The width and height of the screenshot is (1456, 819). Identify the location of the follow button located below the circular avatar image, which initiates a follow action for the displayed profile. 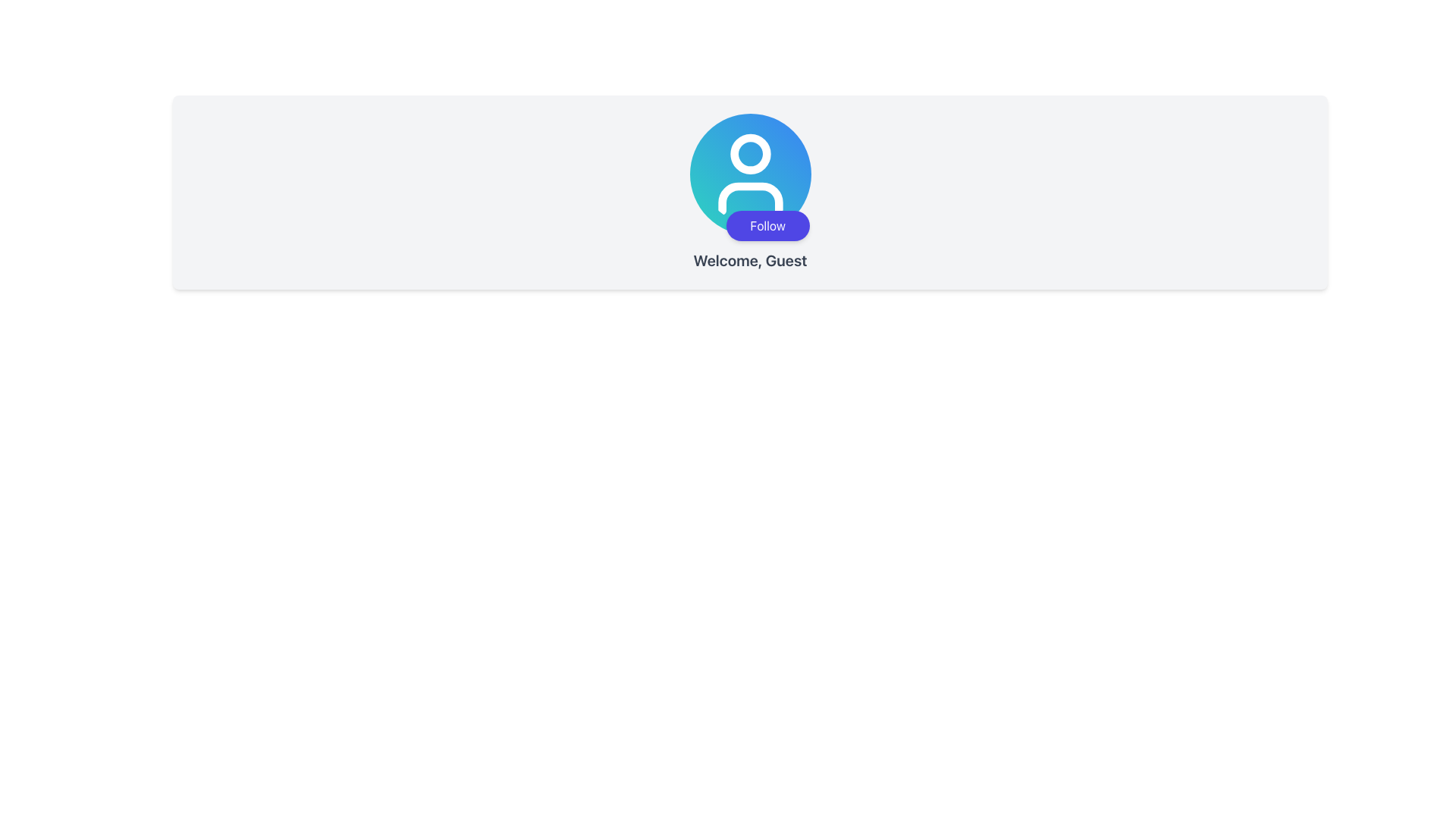
(767, 225).